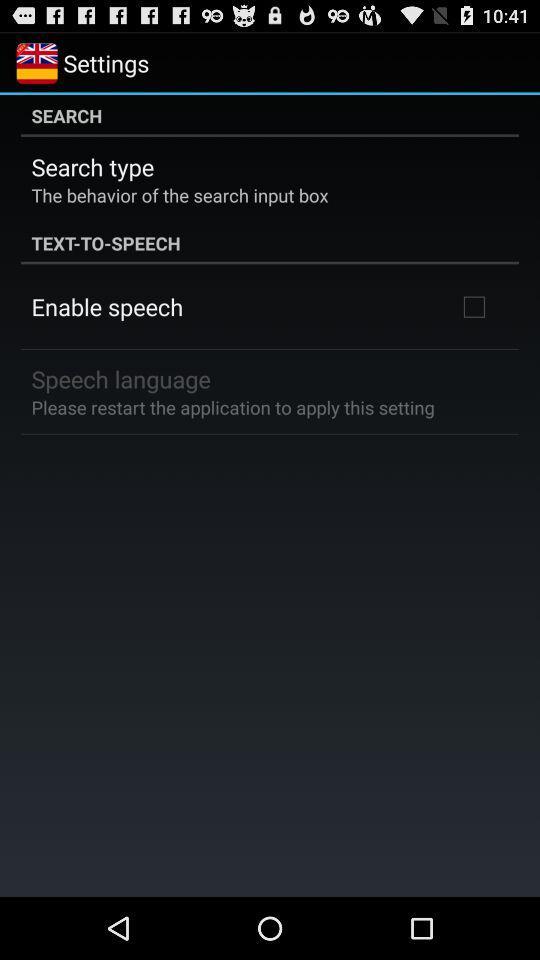  Describe the element at coordinates (473, 306) in the screenshot. I see `the app to the right of the enable speech icon` at that location.